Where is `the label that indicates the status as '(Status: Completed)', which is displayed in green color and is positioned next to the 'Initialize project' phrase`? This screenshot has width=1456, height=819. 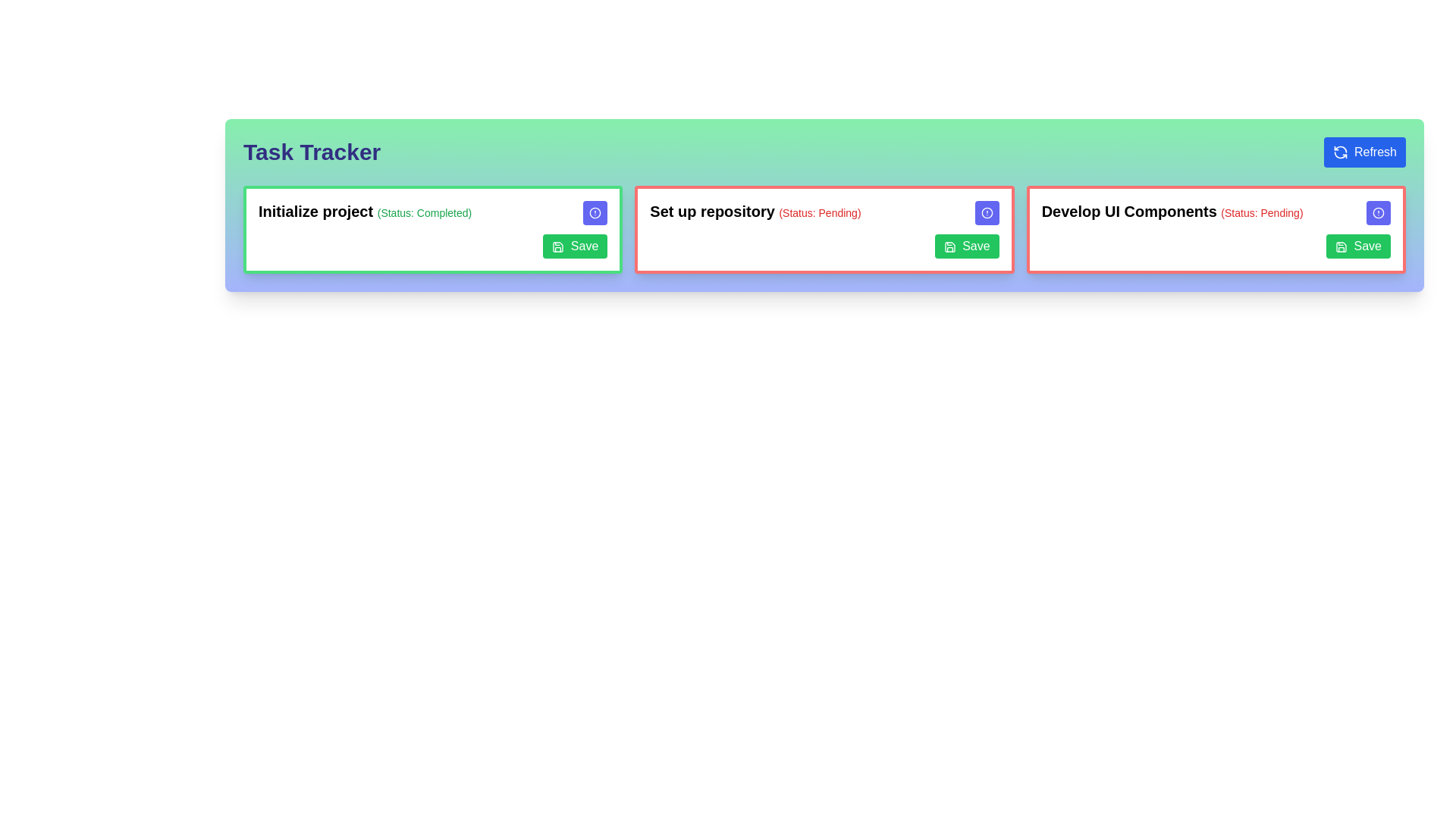
the label that indicates the status as '(Status: Completed)', which is displayed in green color and is positioned next to the 'Initialize project' phrase is located at coordinates (425, 213).